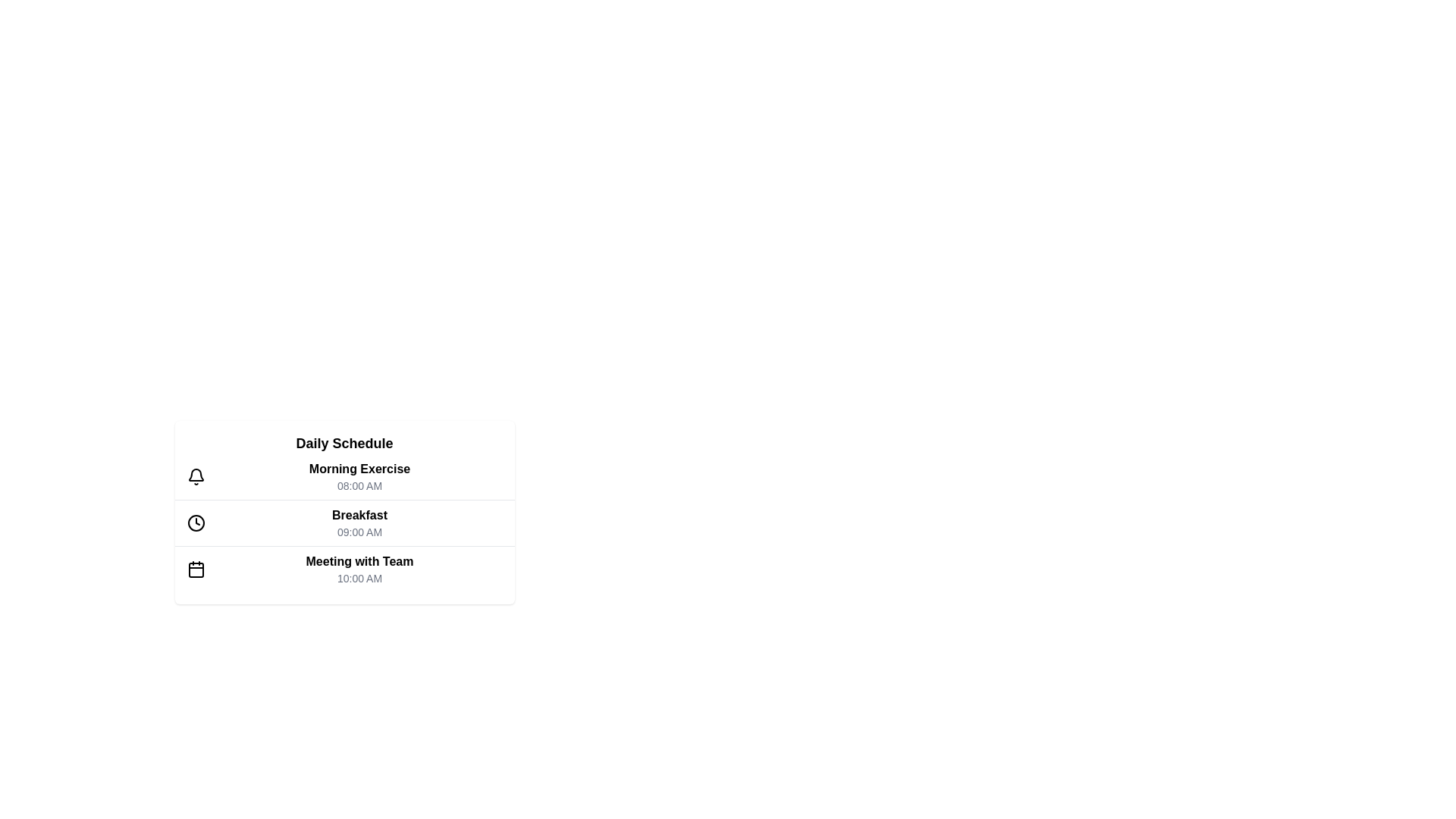 The height and width of the screenshot is (819, 1456). Describe the element at coordinates (359, 514) in the screenshot. I see `scheduled activity title text located in the center of the schedule layout, positioned between 'Morning Exercise' and 'Meeting with Team'` at that location.